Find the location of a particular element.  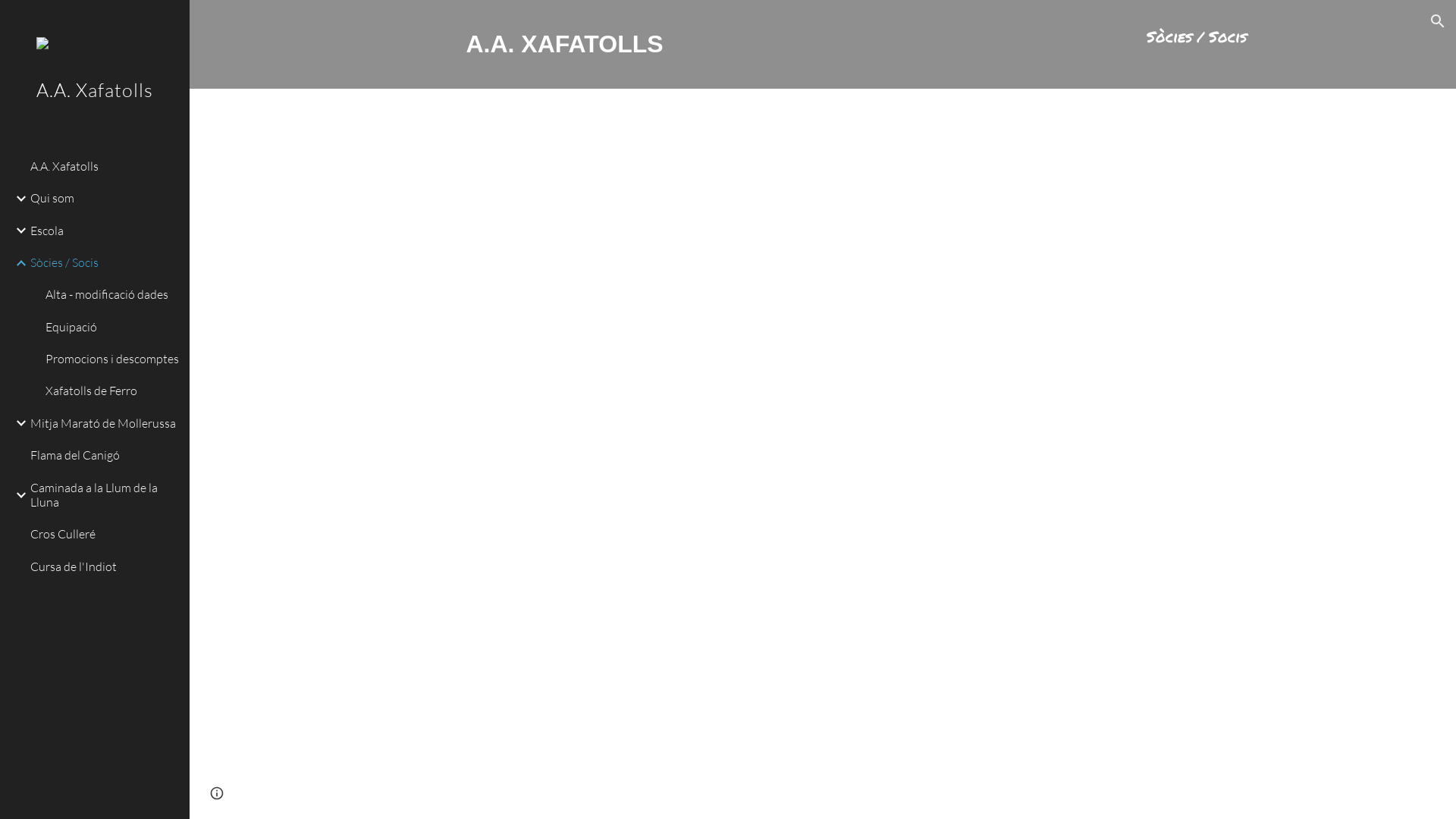

'Xafatolls de Ferro' is located at coordinates (111, 391).